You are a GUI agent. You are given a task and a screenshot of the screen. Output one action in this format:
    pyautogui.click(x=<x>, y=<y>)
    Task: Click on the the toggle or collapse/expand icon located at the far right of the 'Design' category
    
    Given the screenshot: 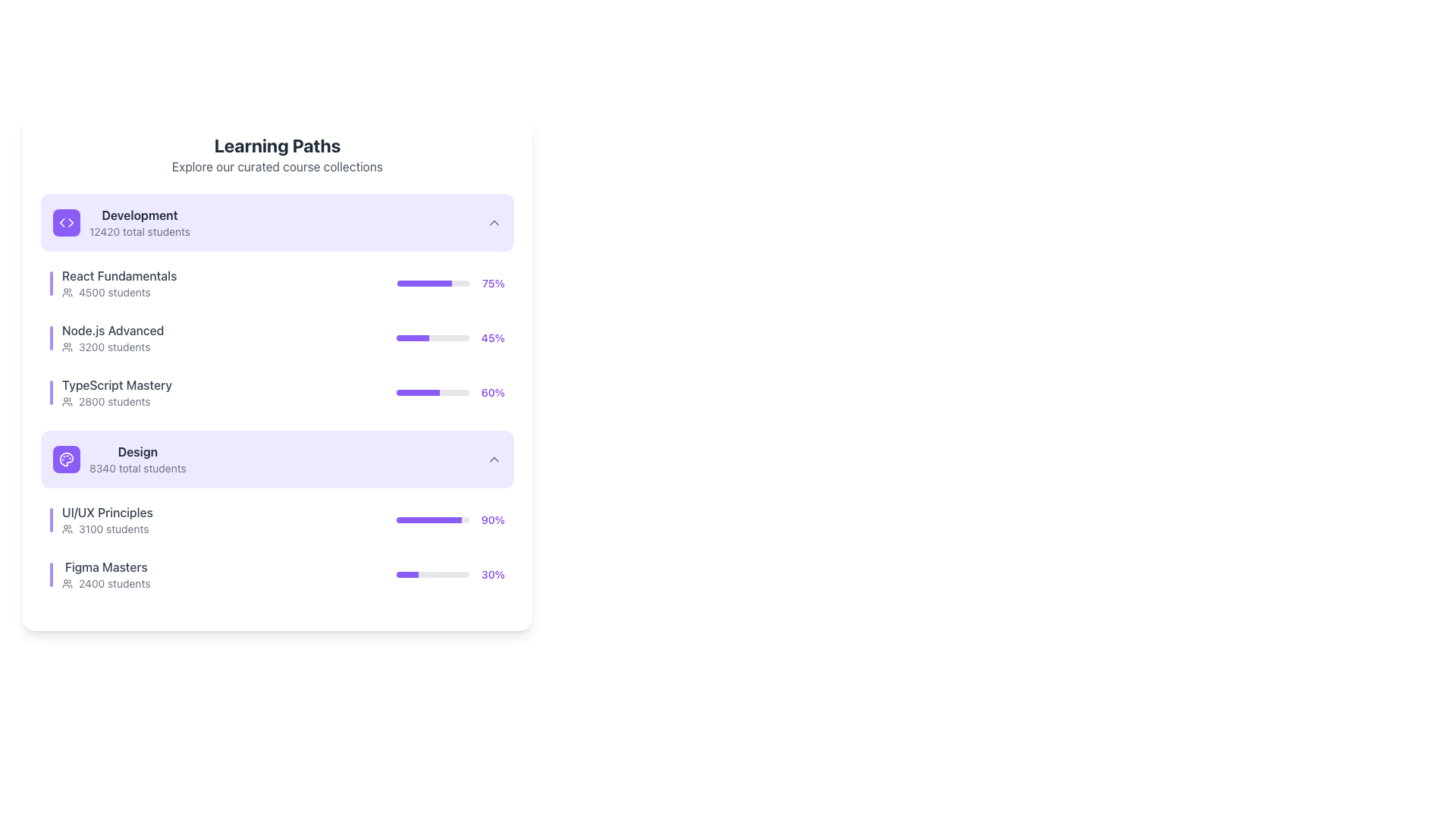 What is the action you would take?
    pyautogui.click(x=494, y=458)
    